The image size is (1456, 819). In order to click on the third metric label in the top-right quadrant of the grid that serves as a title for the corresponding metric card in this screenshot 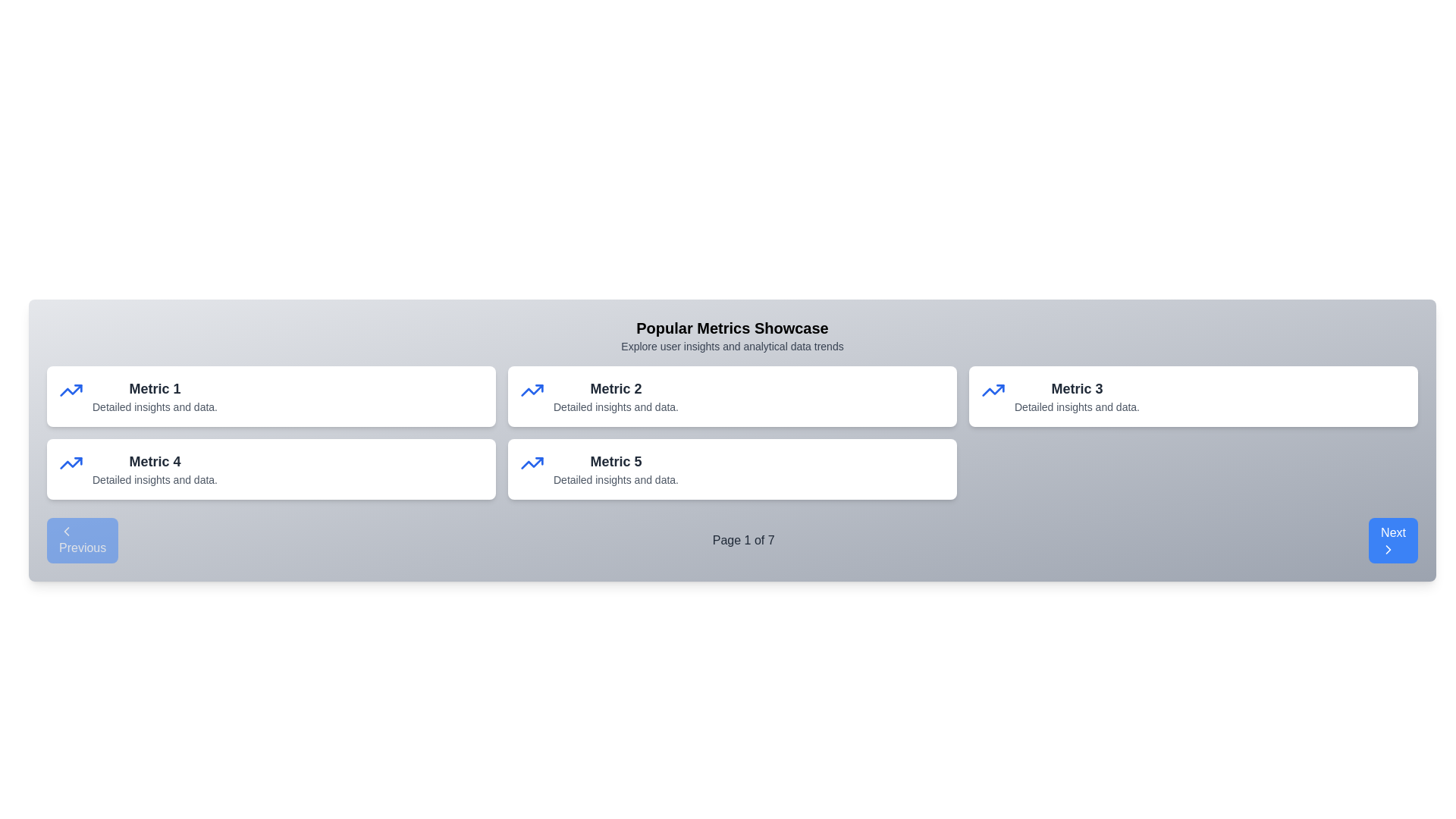, I will do `click(1076, 388)`.